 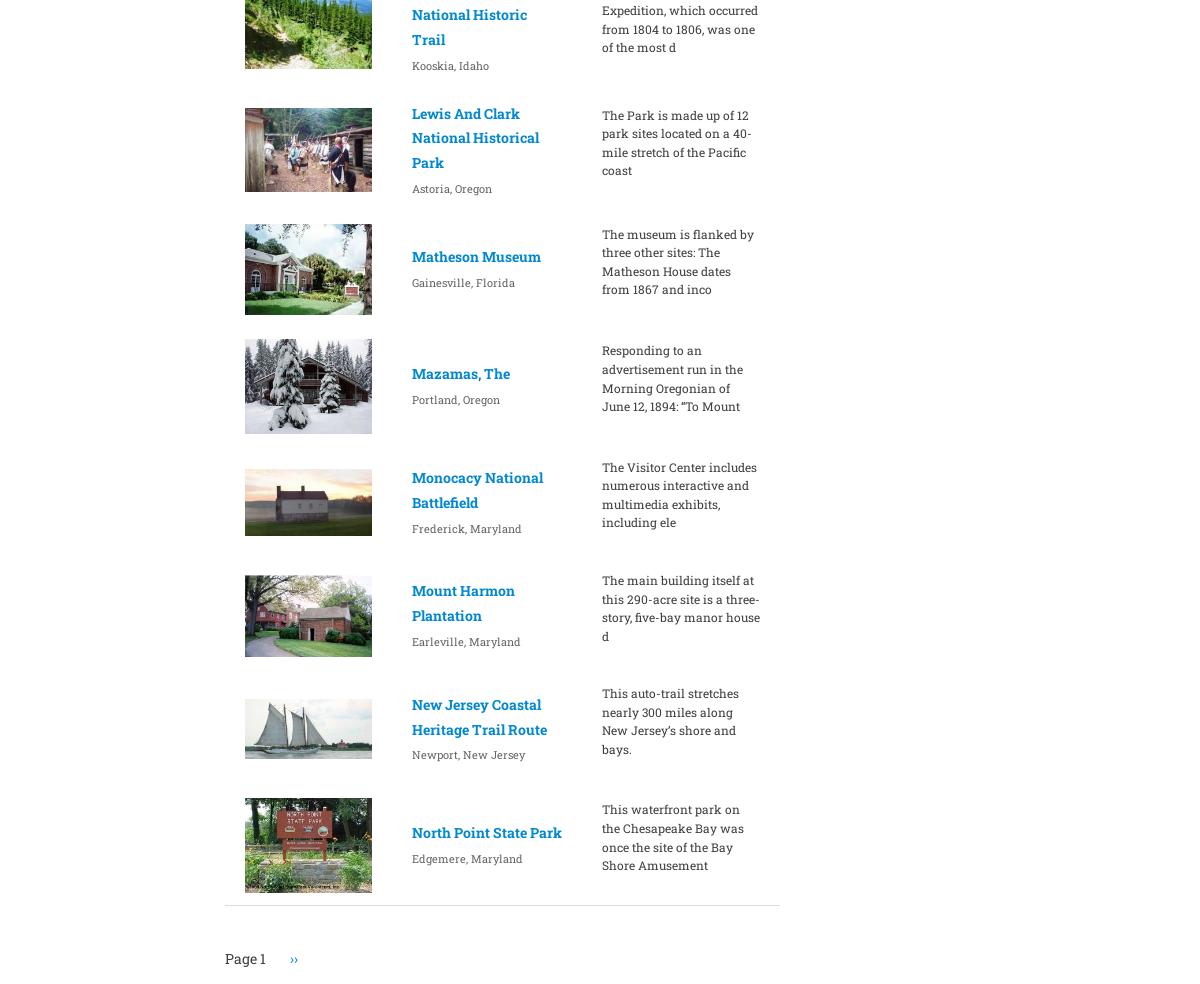 What do you see at coordinates (464, 526) in the screenshot?
I see `'Frederick, Maryland'` at bounding box center [464, 526].